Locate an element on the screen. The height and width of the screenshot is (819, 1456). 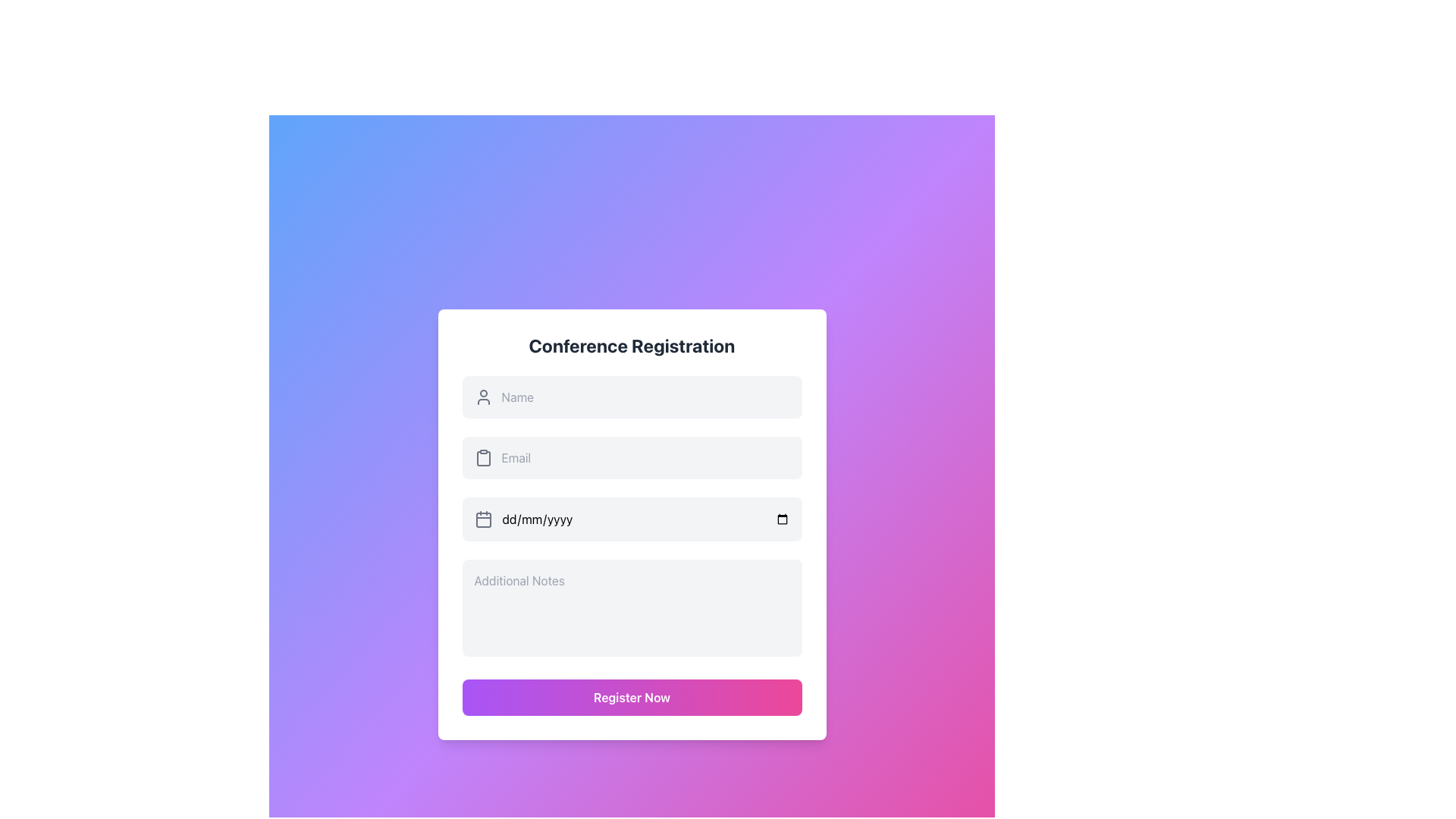
the email address input field, which is located below the 'Name' field and above the 'Date' field is located at coordinates (645, 457).